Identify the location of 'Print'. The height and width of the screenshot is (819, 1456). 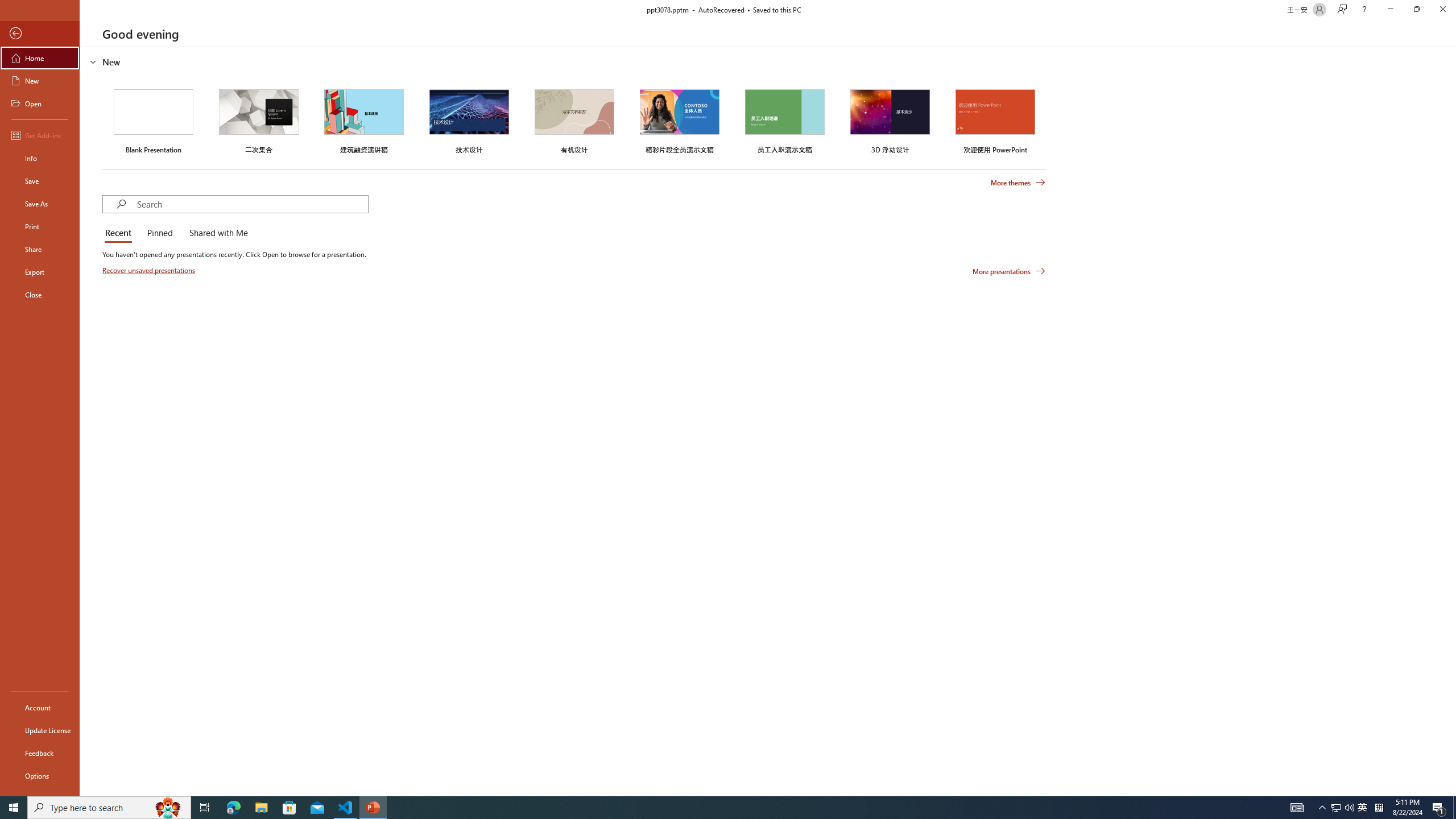
(39, 226).